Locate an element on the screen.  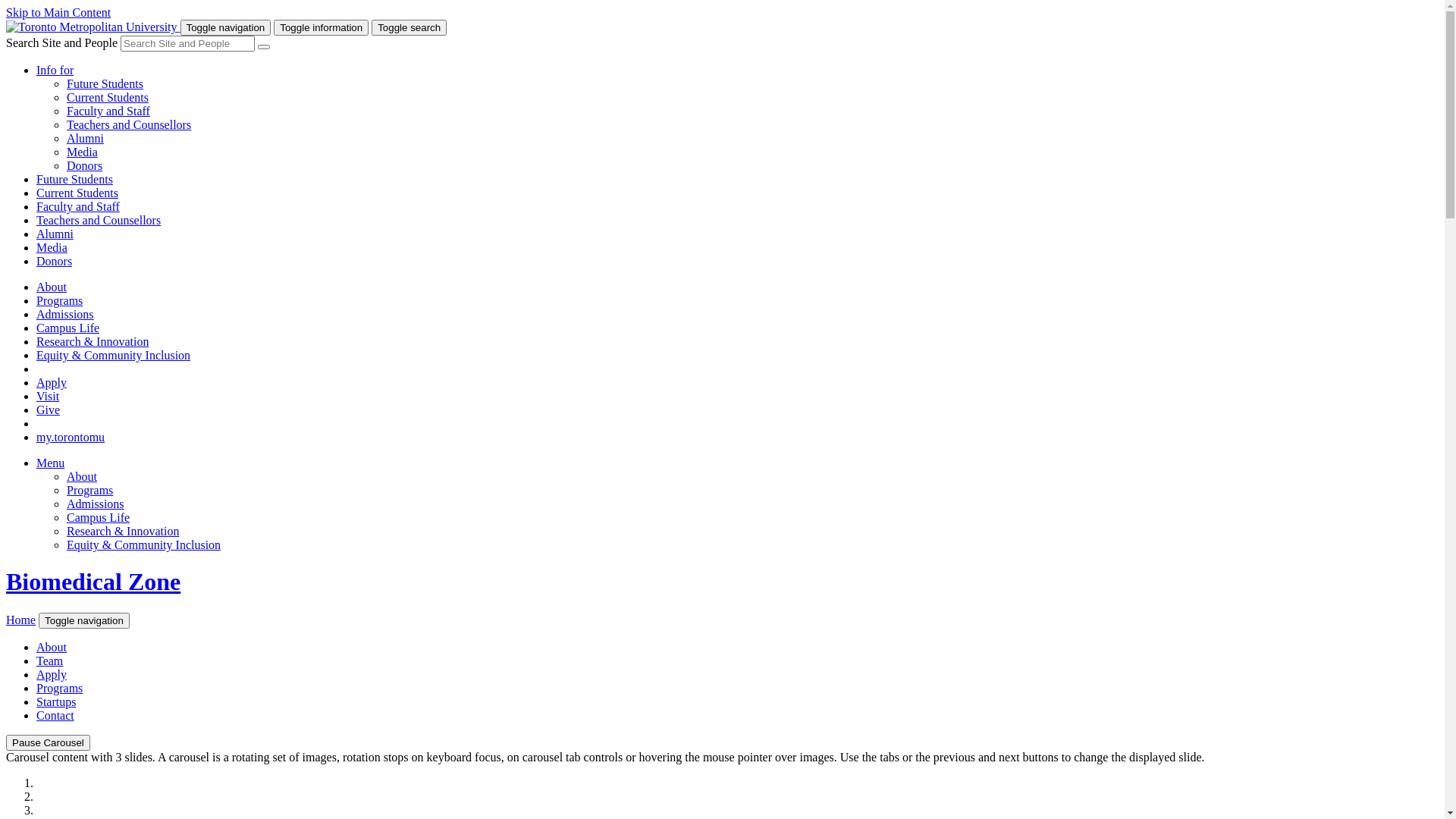
'Toggle search' is located at coordinates (409, 27).